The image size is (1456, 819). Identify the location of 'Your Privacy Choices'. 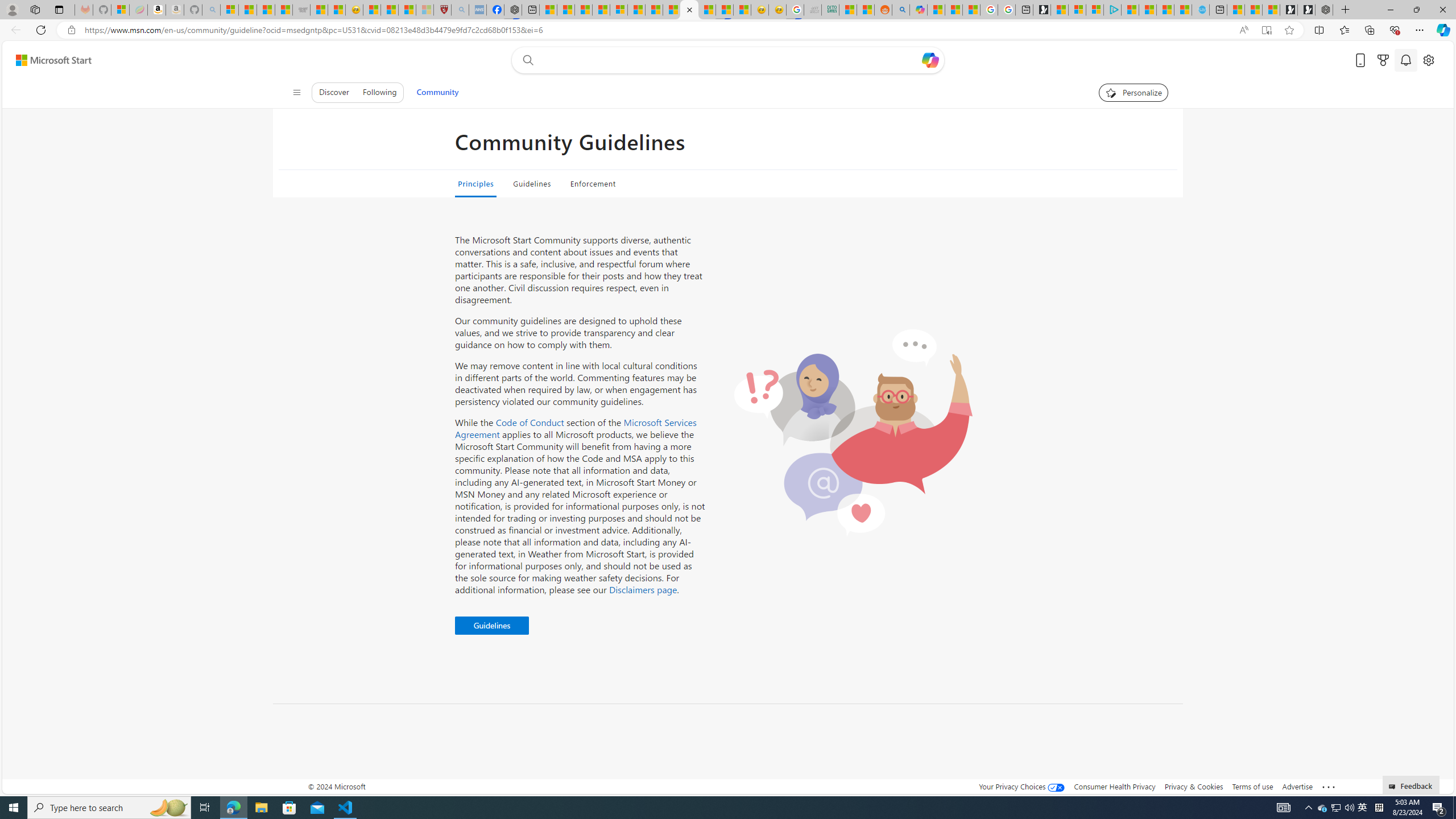
(1022, 786).